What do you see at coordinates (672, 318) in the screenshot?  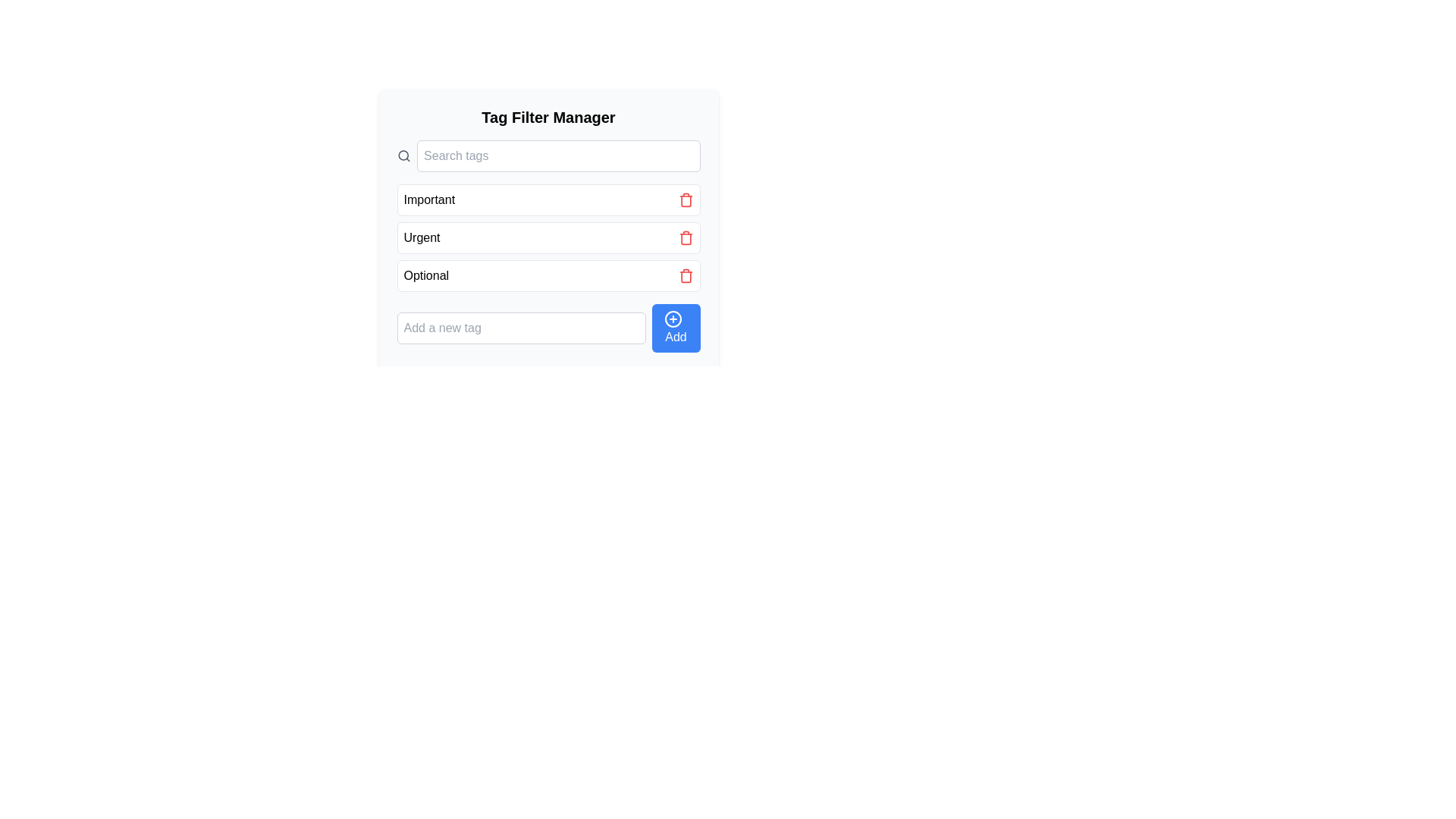 I see `the circular icon with a plus symbol, which is the leftmost part of the 'Add' button positioned below other text input fields` at bounding box center [672, 318].